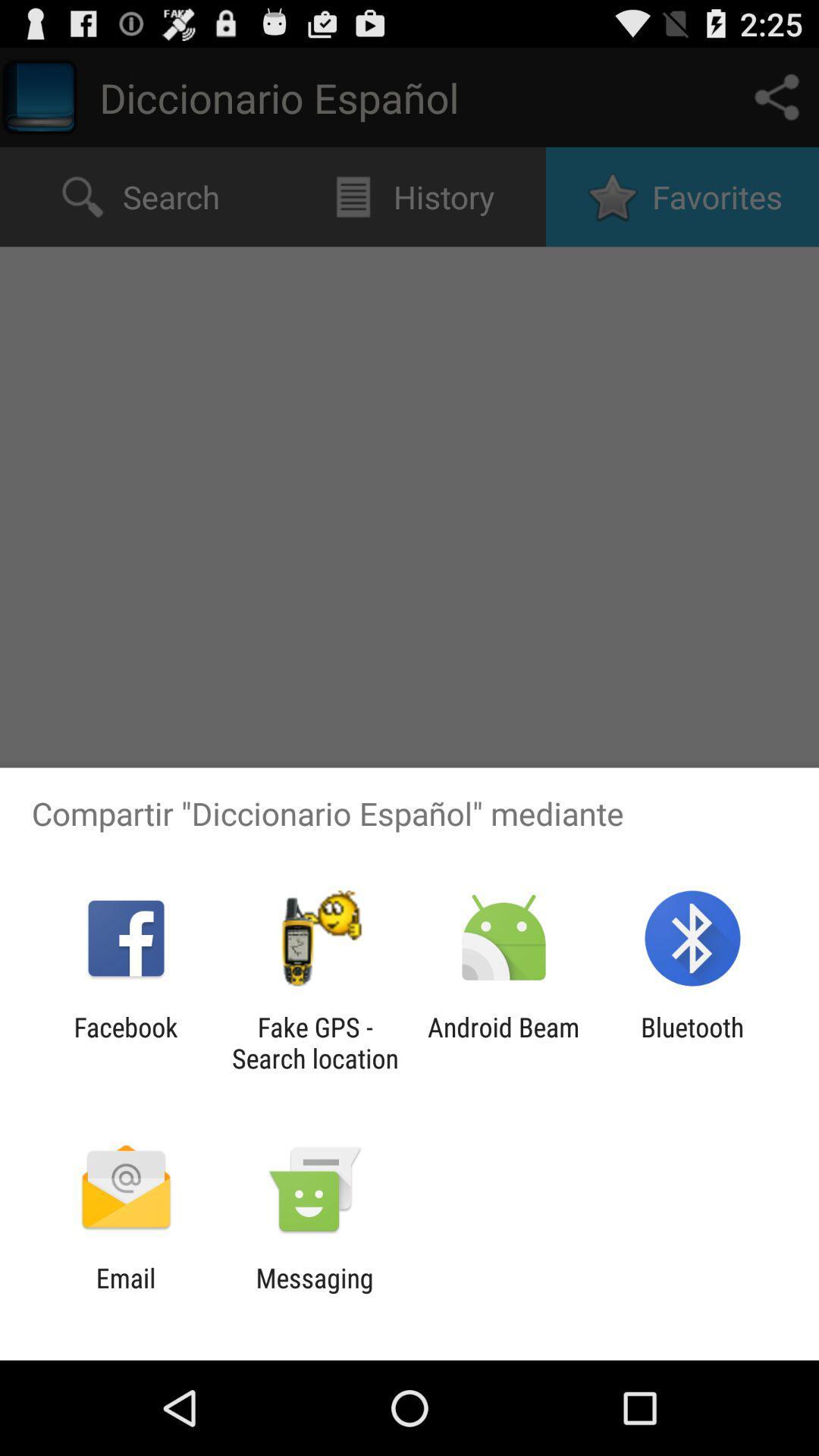 This screenshot has width=819, height=1456. Describe the element at coordinates (504, 1042) in the screenshot. I see `the icon to the left of the bluetooth` at that location.